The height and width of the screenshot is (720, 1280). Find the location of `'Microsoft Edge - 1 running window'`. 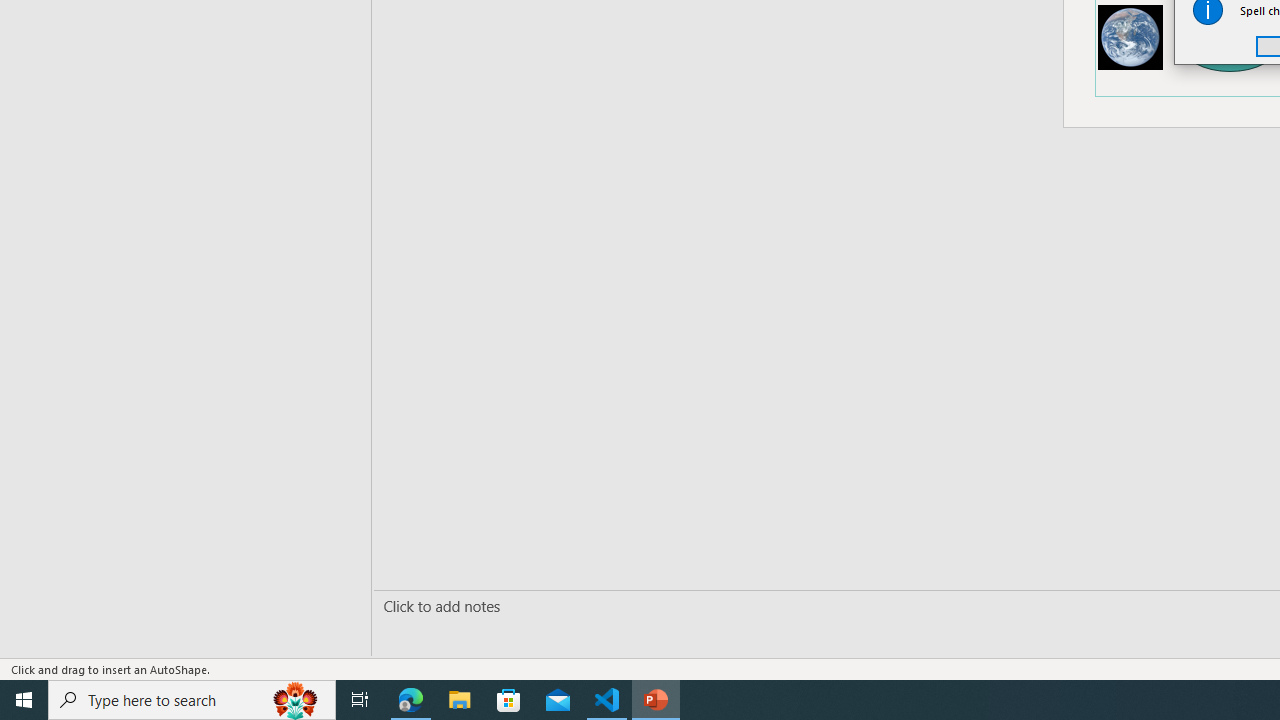

'Microsoft Edge - 1 running window' is located at coordinates (410, 698).